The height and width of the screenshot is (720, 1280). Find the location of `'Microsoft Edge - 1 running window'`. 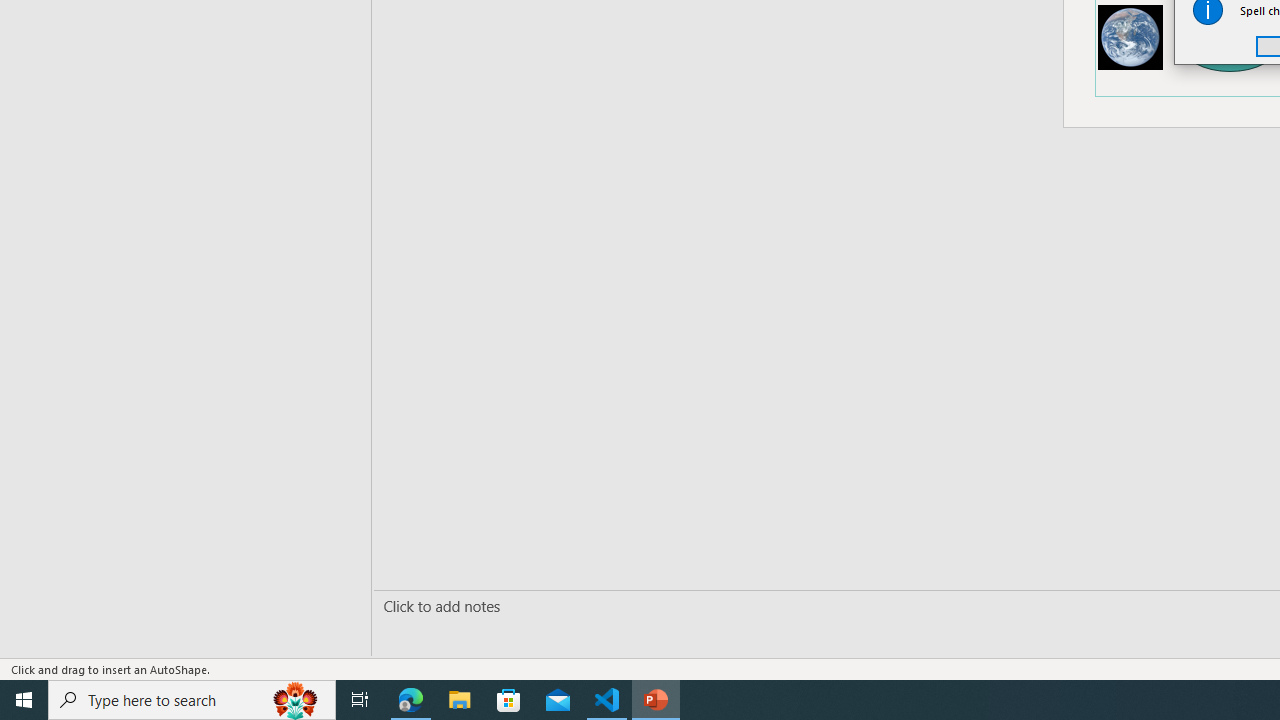

'Microsoft Edge - 1 running window' is located at coordinates (410, 698).